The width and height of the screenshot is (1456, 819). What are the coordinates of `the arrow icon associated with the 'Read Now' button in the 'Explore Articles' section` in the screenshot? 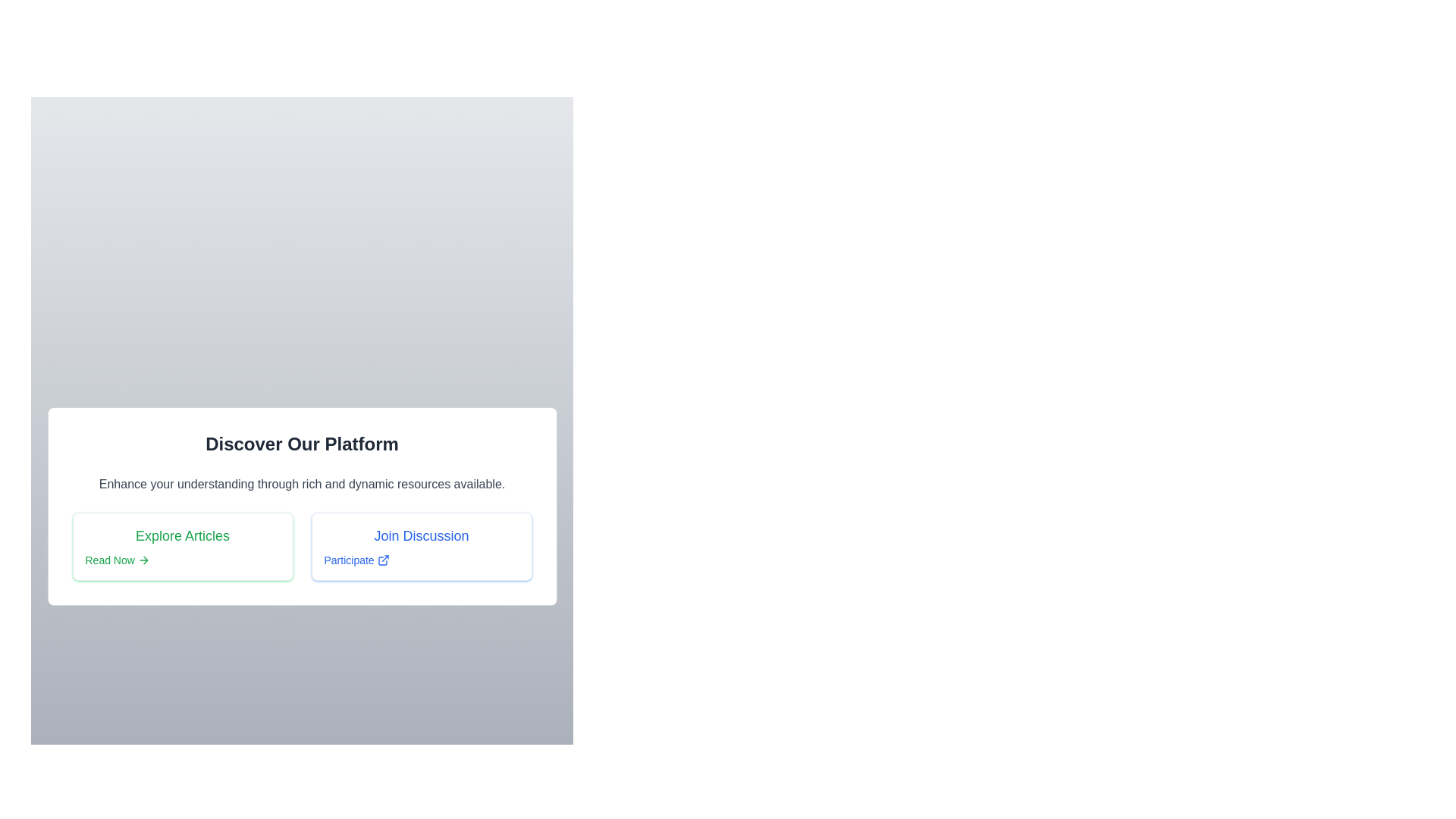 It's located at (143, 560).